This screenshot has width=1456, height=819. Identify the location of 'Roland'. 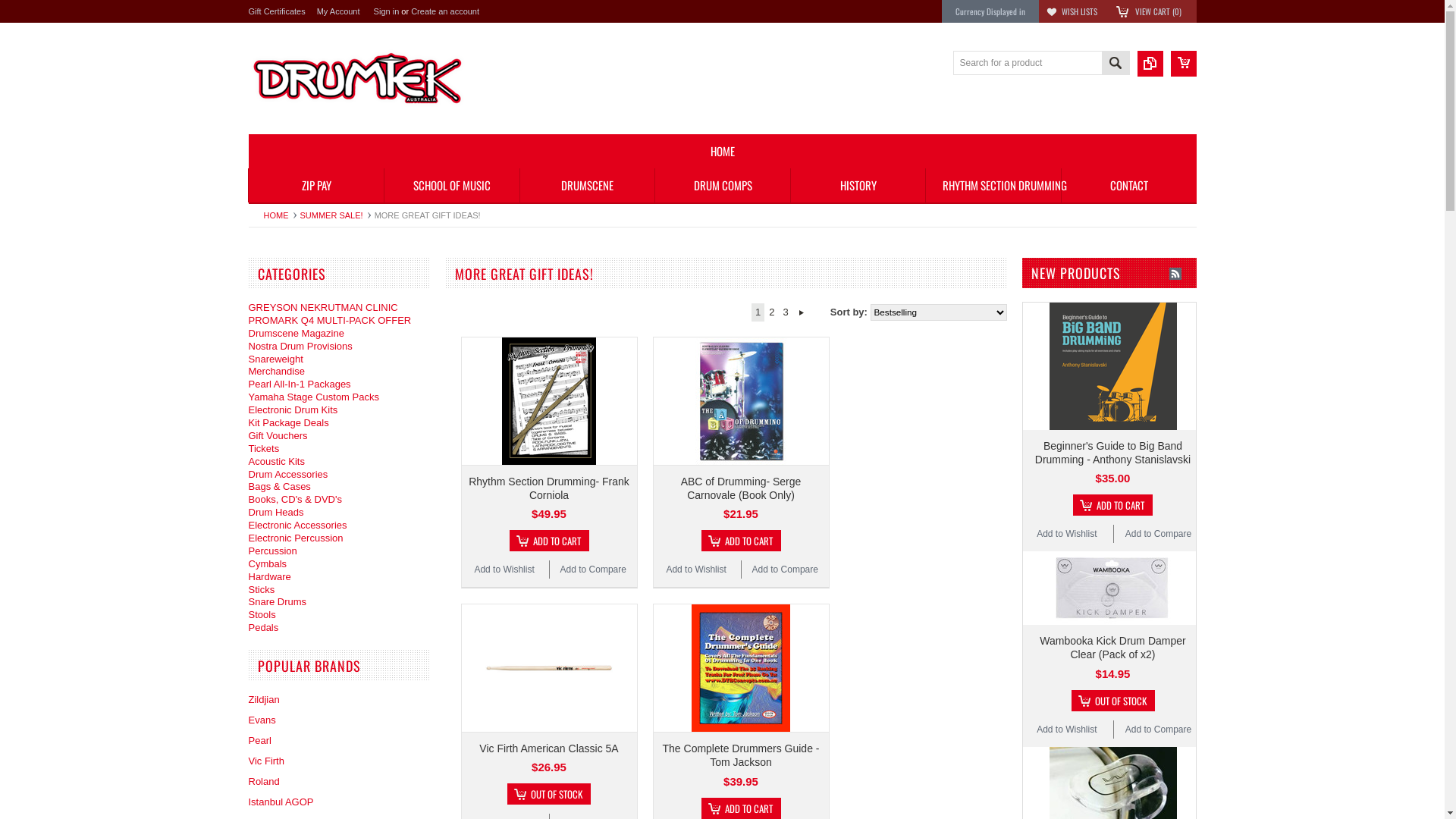
(248, 781).